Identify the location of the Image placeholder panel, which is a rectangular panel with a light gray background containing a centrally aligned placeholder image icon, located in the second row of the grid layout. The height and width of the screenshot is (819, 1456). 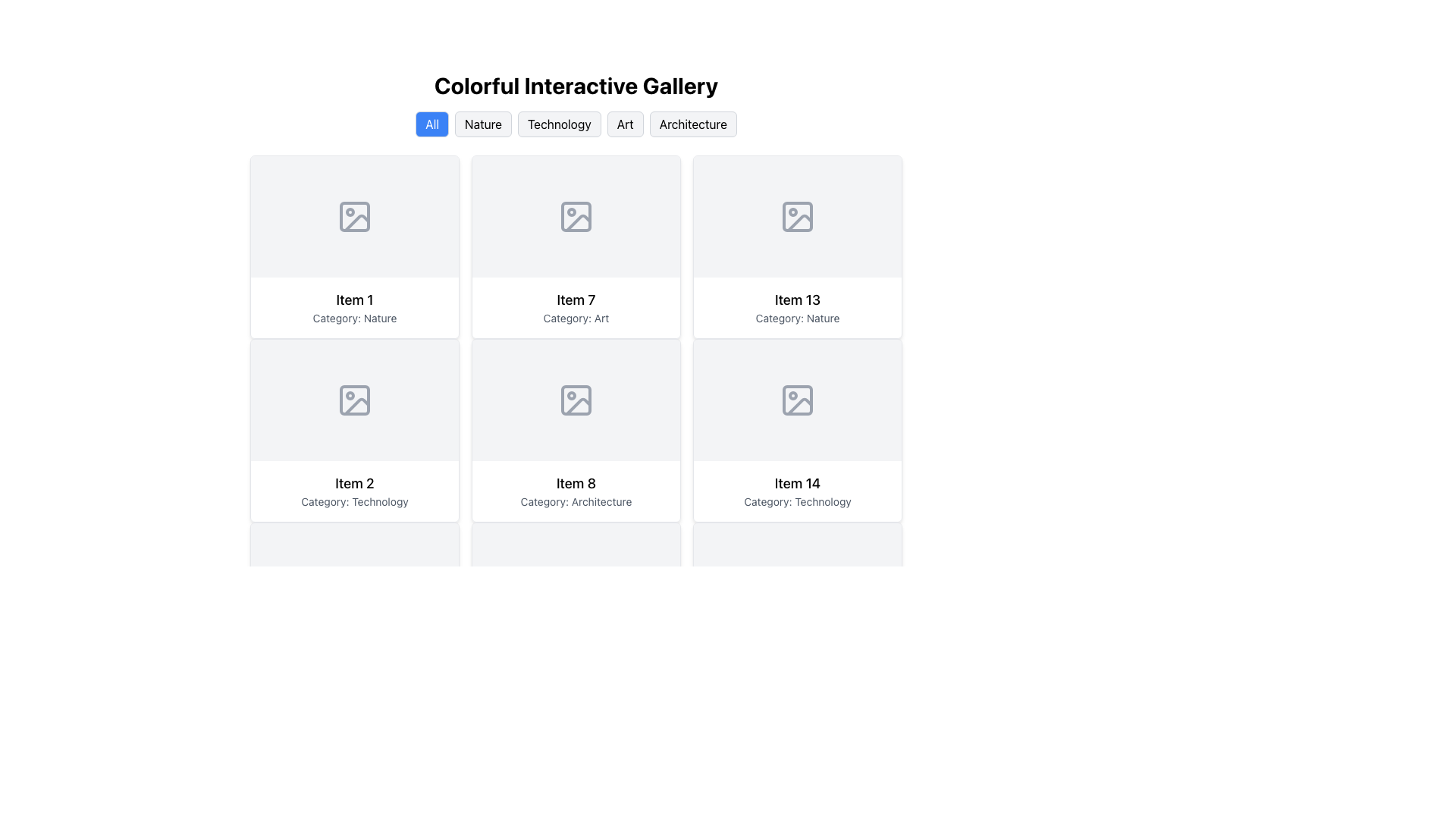
(575, 216).